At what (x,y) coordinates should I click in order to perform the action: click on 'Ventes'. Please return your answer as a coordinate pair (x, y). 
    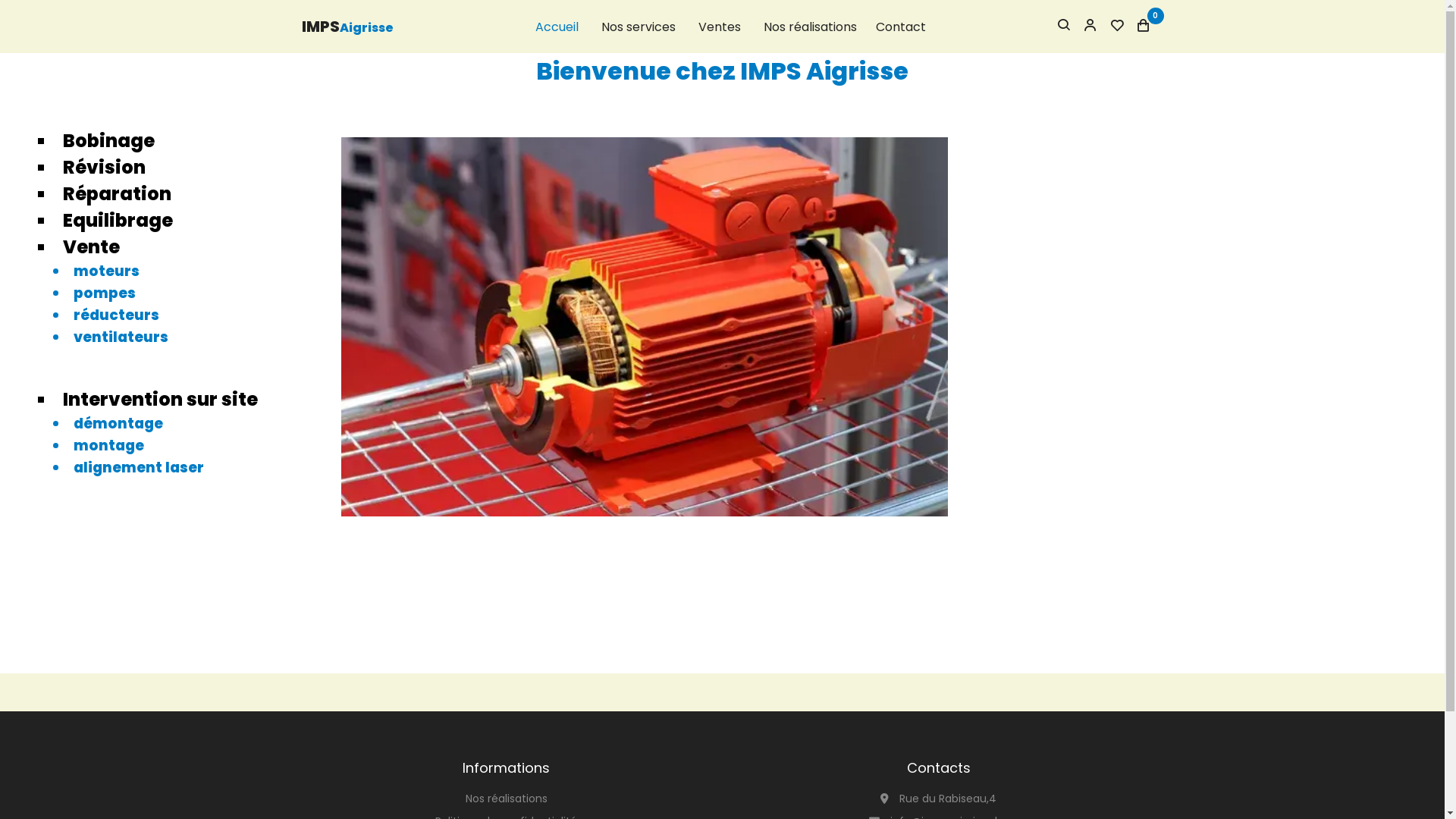
    Looking at the image, I should click on (718, 27).